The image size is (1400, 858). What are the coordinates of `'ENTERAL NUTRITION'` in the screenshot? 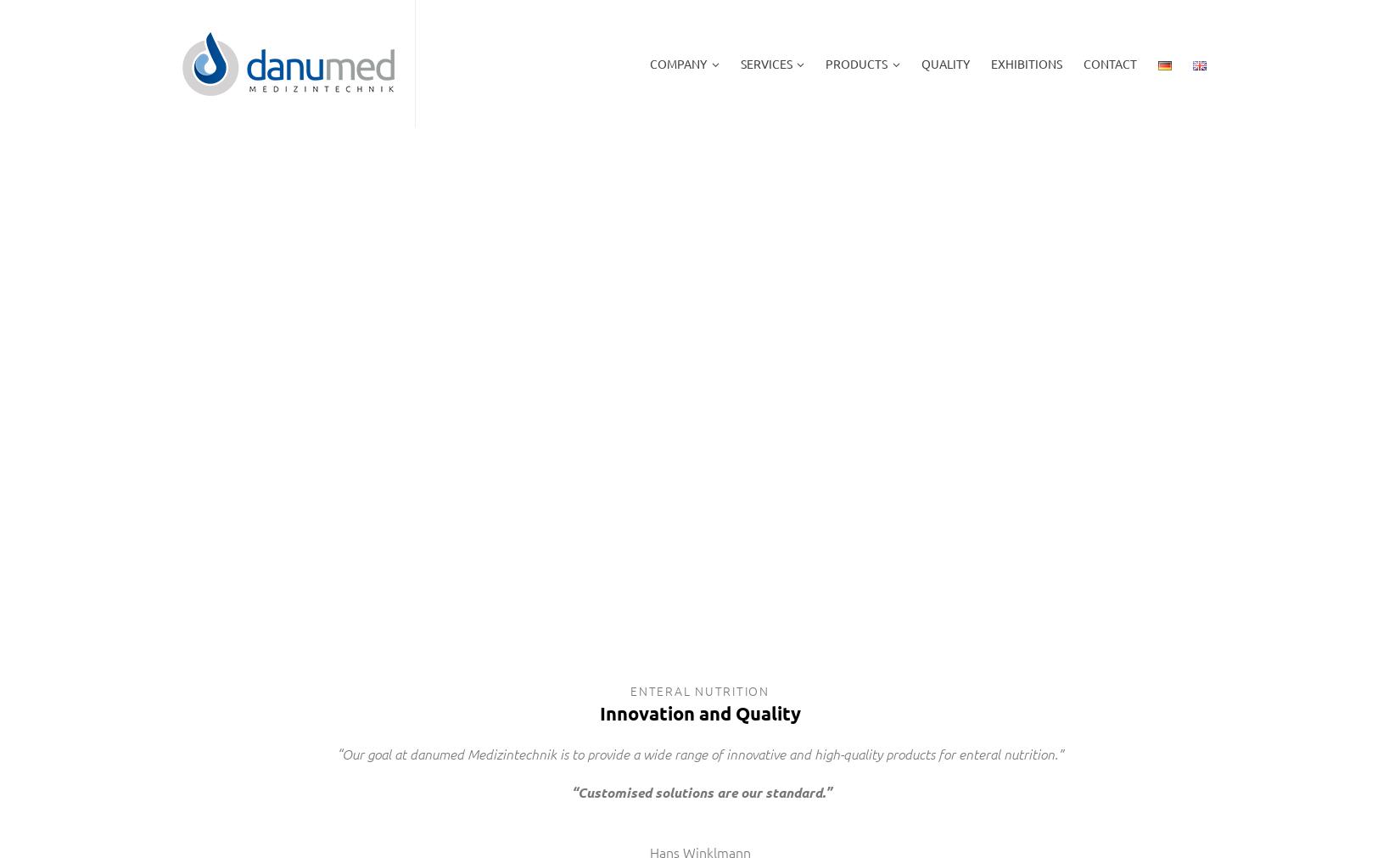 It's located at (629, 689).